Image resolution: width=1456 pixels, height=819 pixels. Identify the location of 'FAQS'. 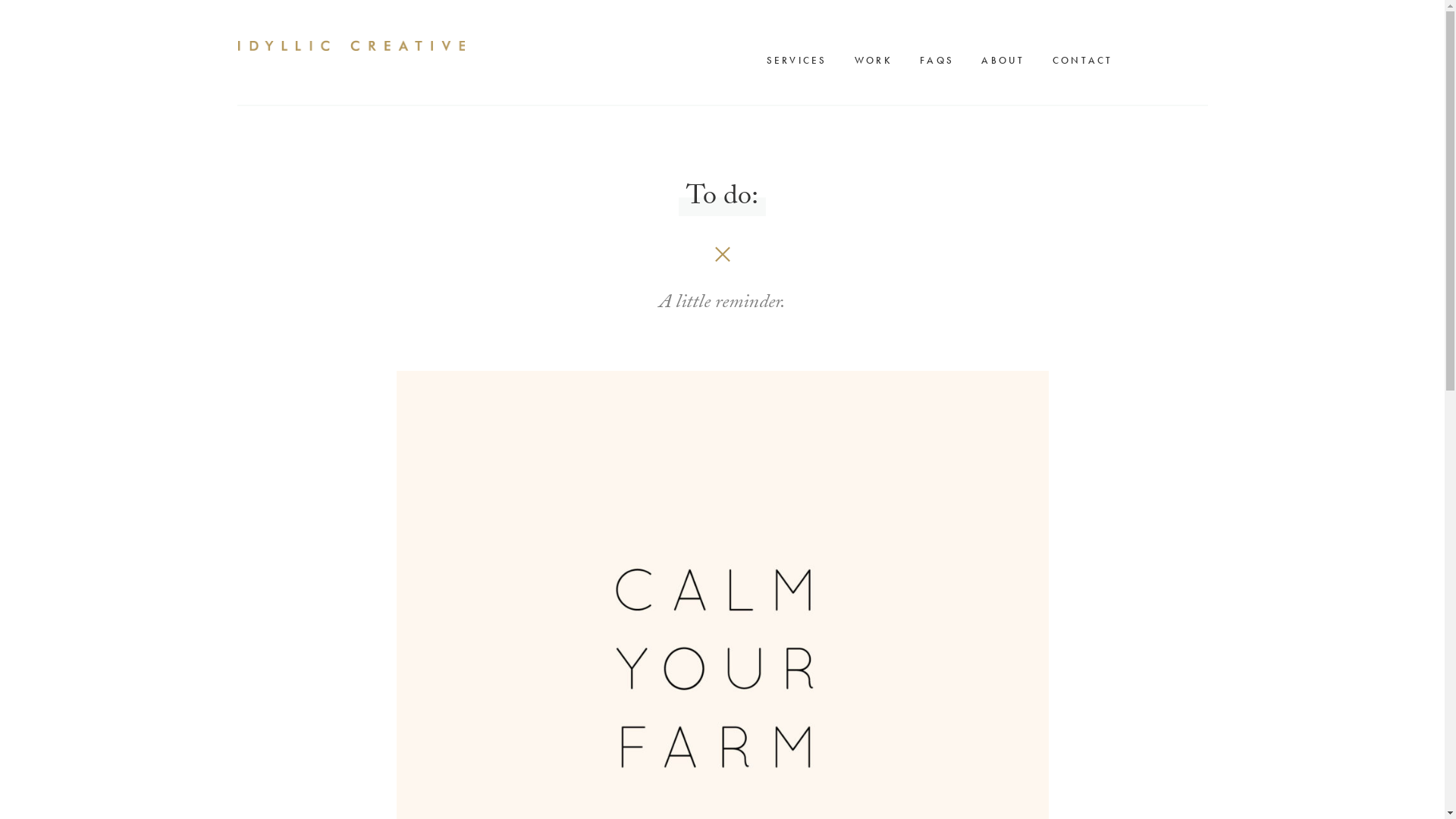
(940, 59).